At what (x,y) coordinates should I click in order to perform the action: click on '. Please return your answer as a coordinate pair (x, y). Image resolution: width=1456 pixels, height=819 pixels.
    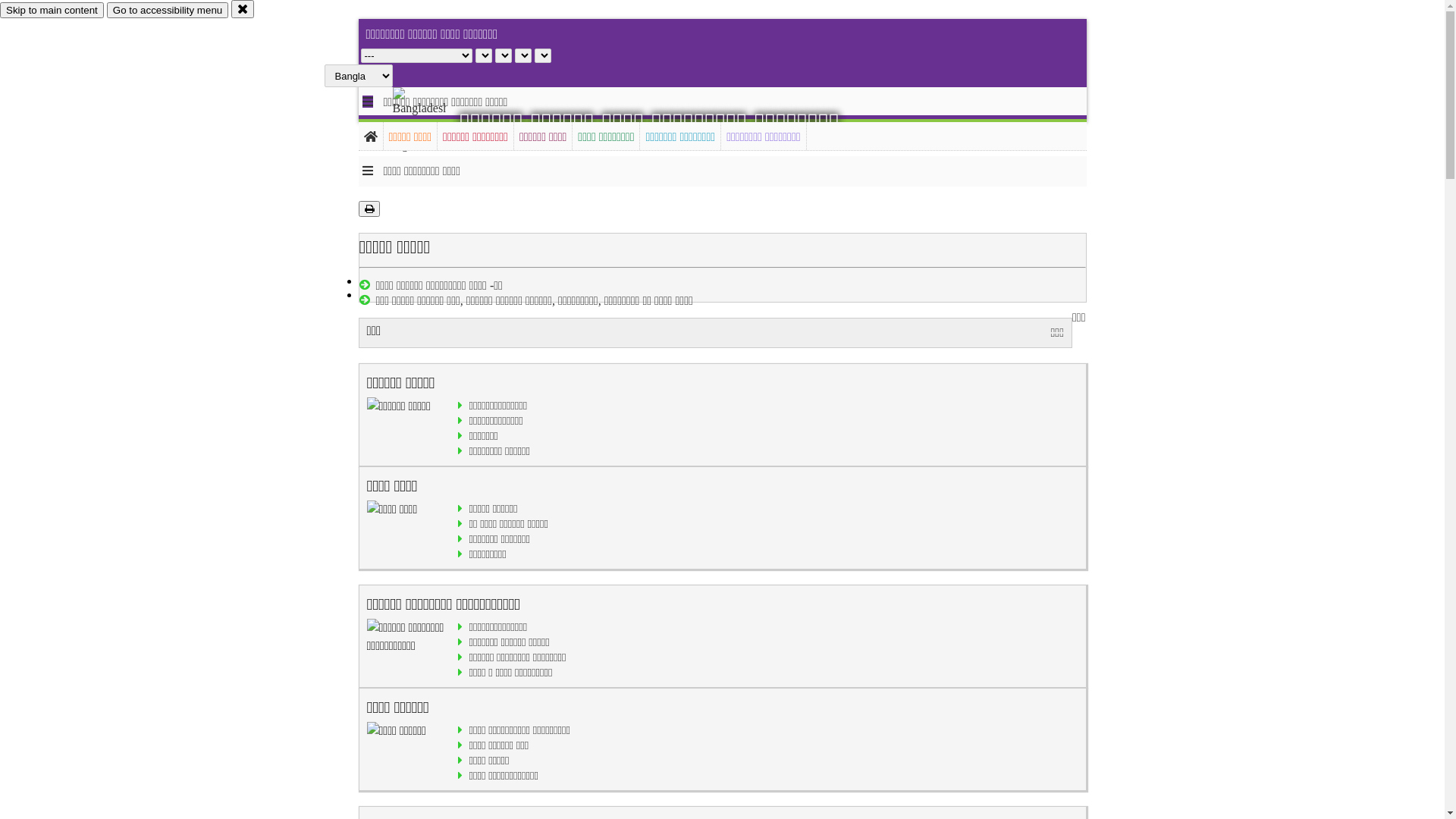
    Looking at the image, I should click on (431, 119).